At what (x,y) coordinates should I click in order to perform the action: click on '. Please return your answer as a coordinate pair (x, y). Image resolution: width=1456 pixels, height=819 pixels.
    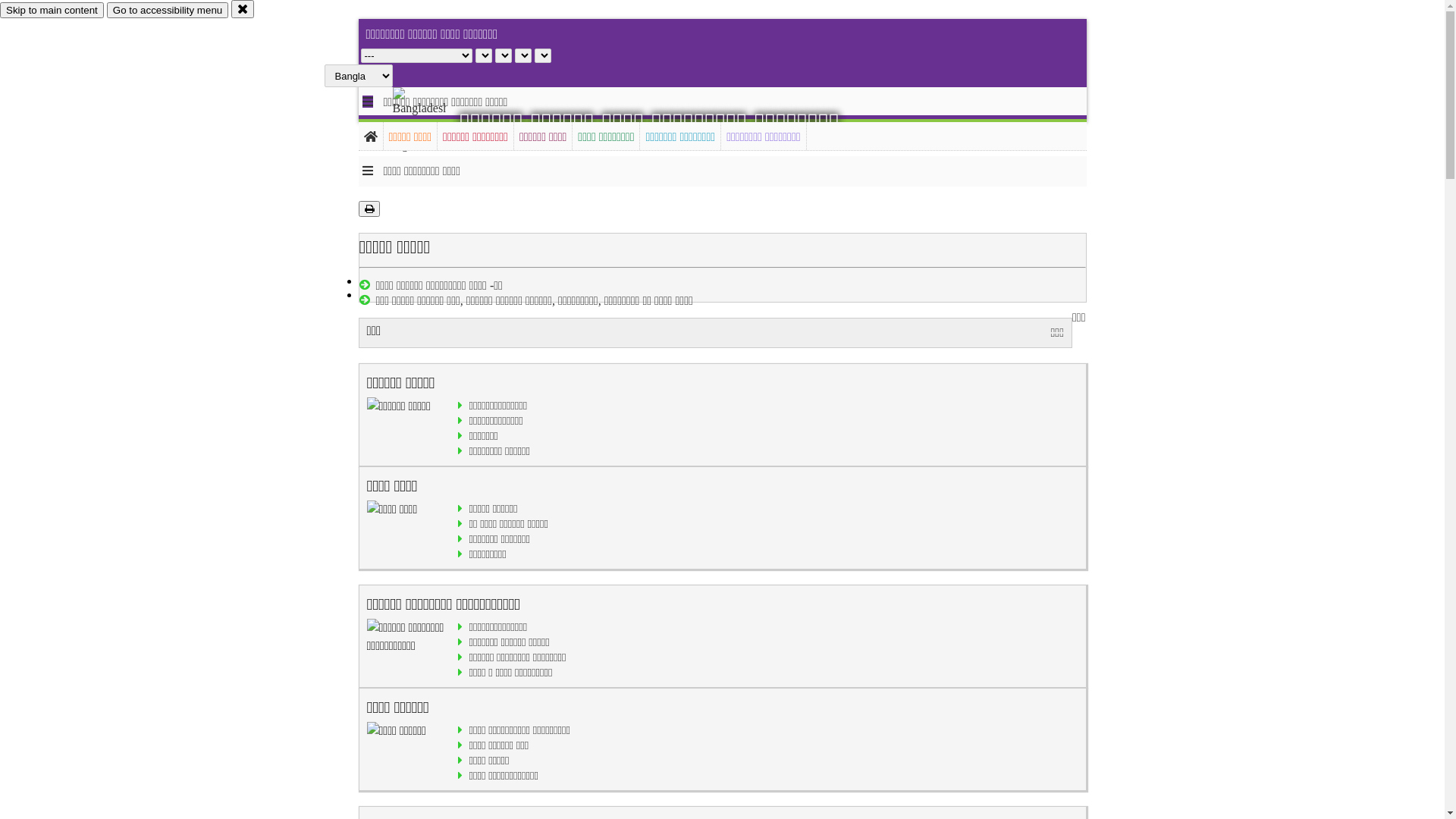
    Looking at the image, I should click on (431, 119).